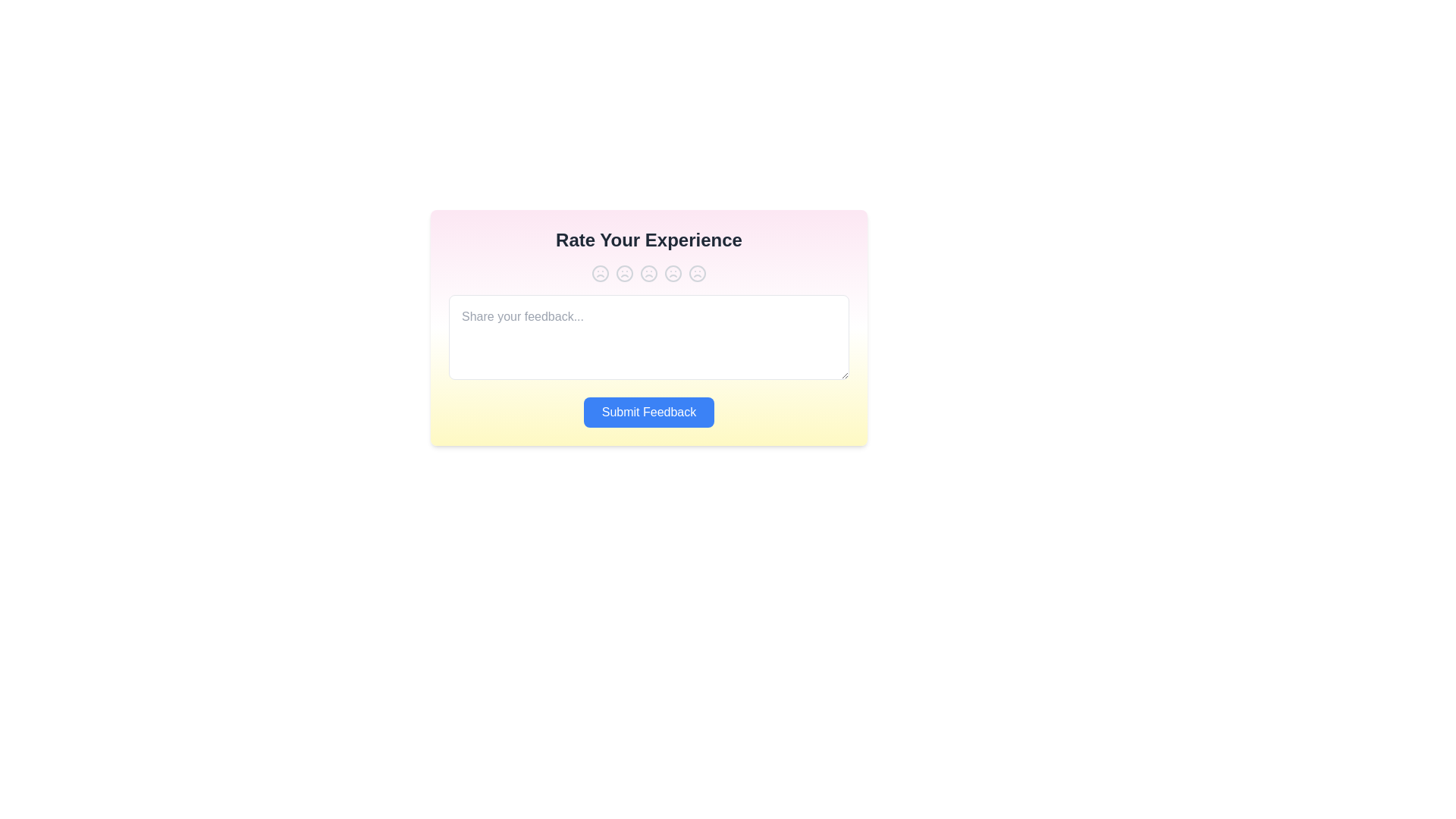 This screenshot has height=819, width=1456. I want to click on the experience rating to 5 by clicking the corresponding button, so click(697, 274).